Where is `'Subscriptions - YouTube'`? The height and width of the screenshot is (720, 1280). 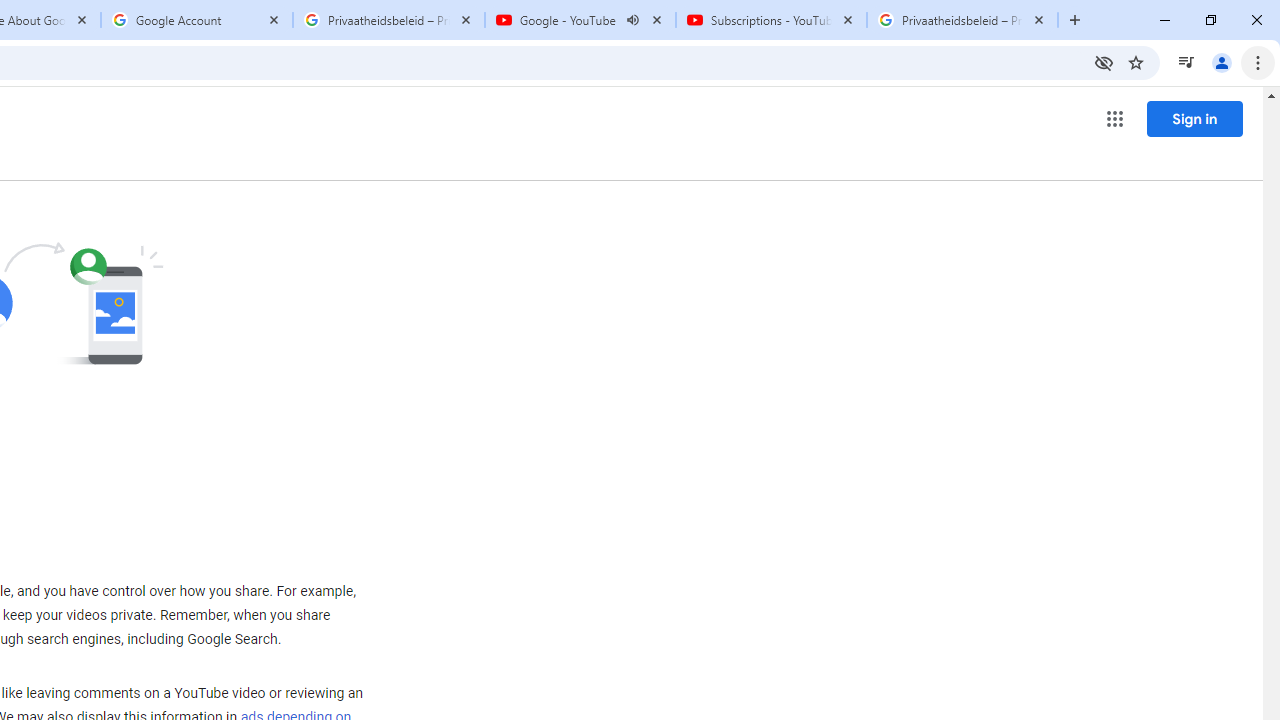
'Subscriptions - YouTube' is located at coordinates (770, 20).